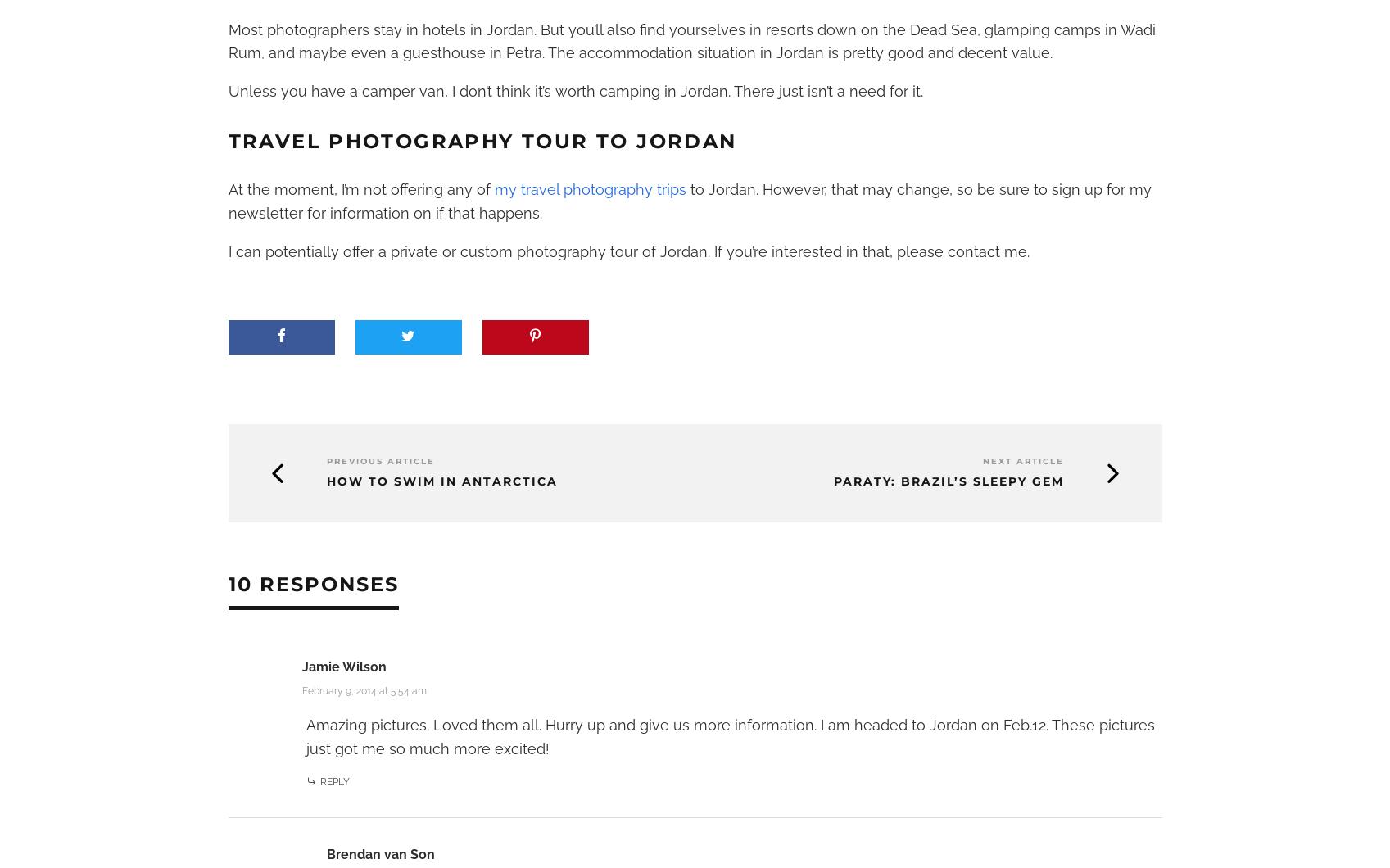 The image size is (1390, 868). What do you see at coordinates (948, 481) in the screenshot?
I see `'Paraty: Brazil’s Sleepy Gem'` at bounding box center [948, 481].